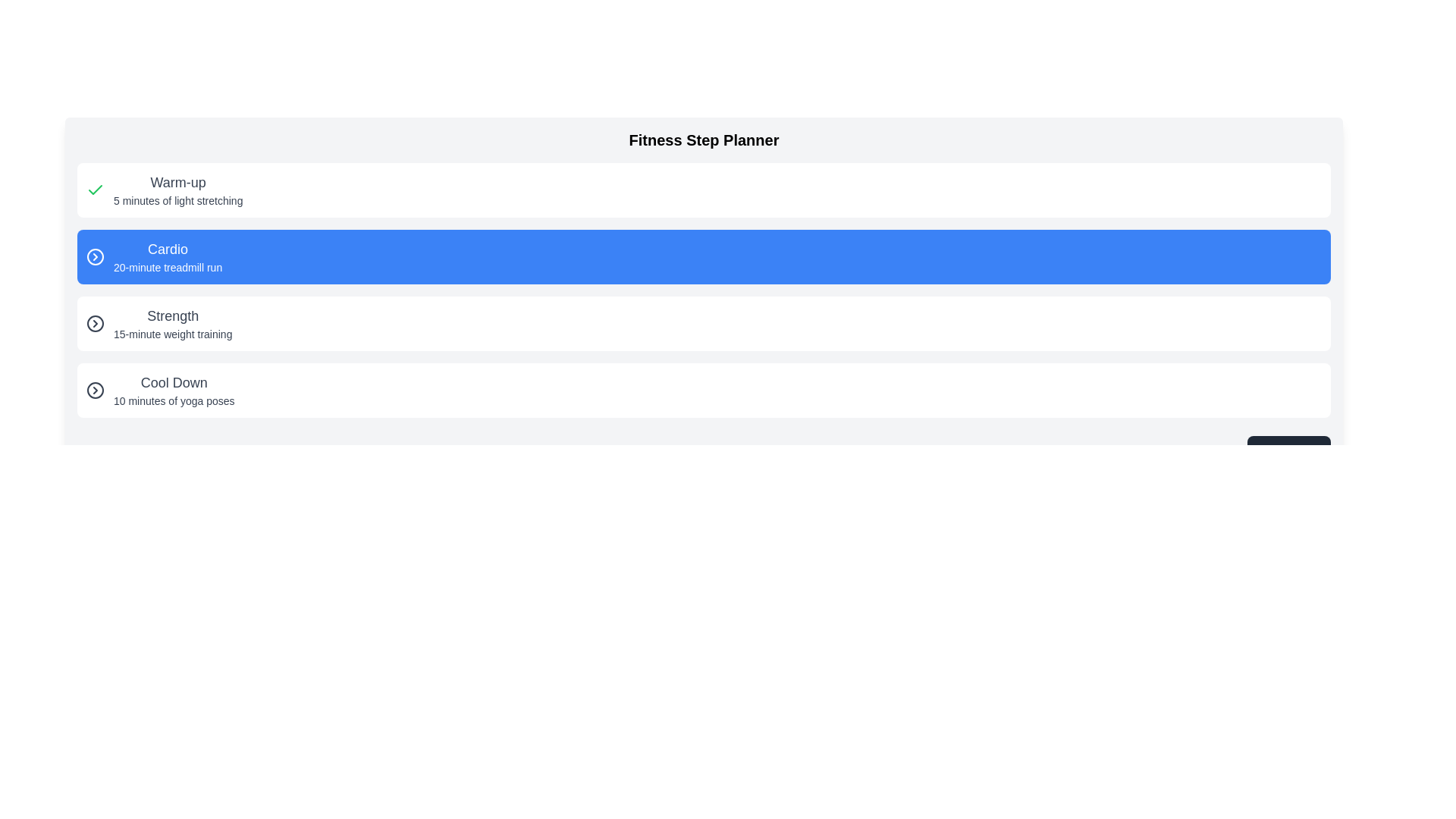 The image size is (1456, 819). Describe the element at coordinates (94, 189) in the screenshot. I see `the green checkmark icon indicating completion for the 'Warm-up' list item by moving the cursor to it` at that location.